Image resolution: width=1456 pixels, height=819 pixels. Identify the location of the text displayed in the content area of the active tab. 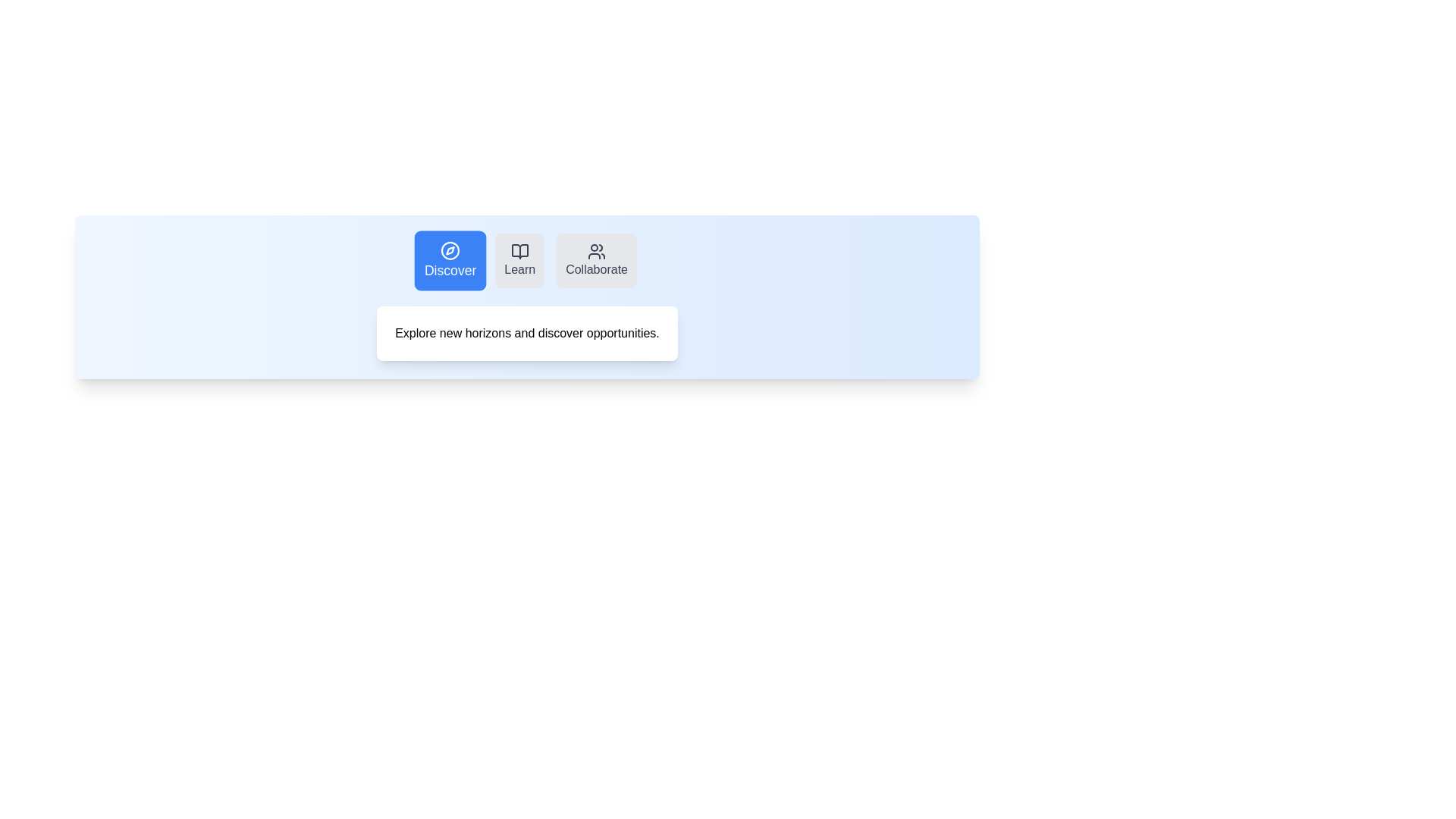
(527, 332).